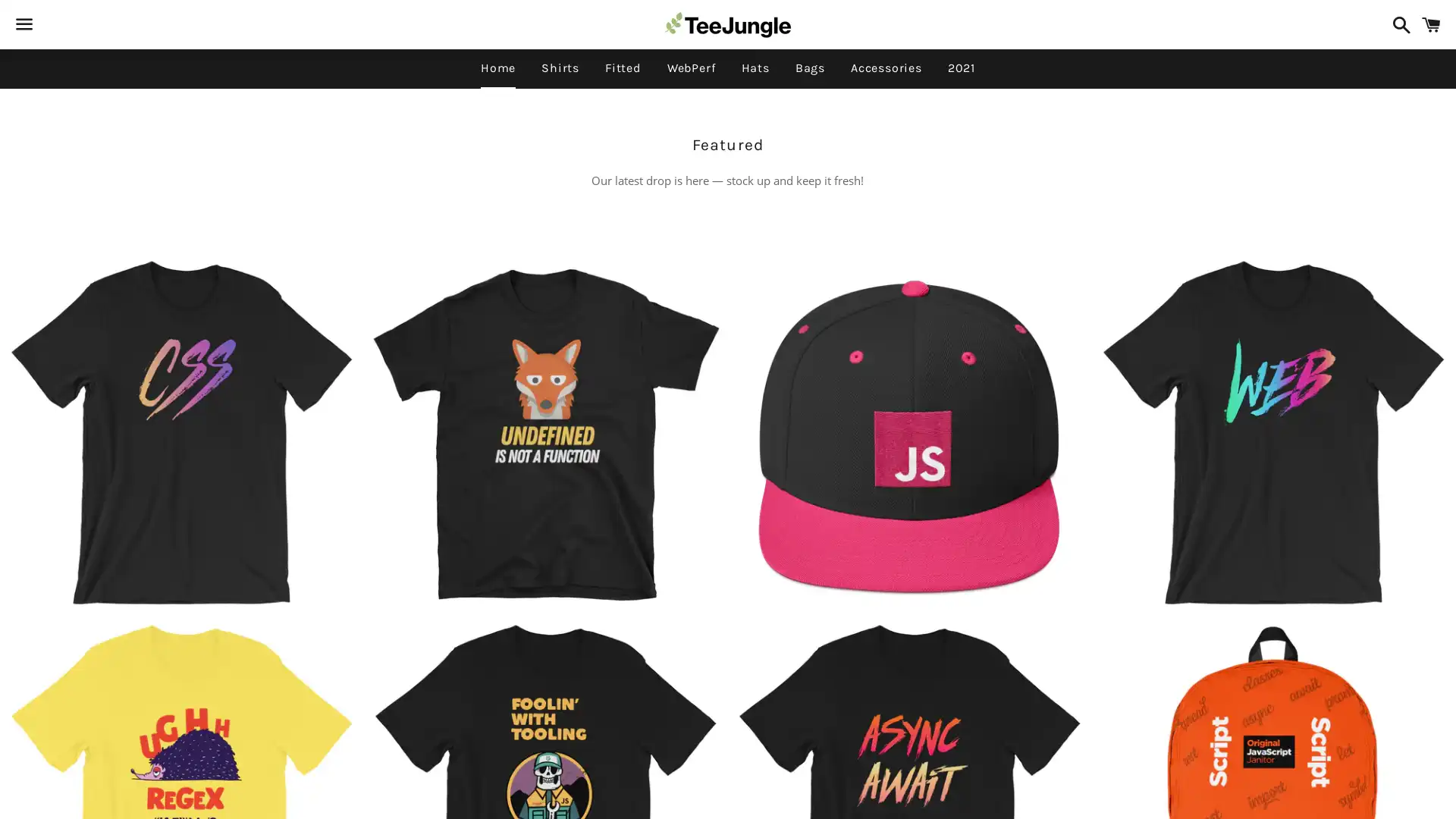  What do you see at coordinates (24, 24) in the screenshot?
I see `Menu` at bounding box center [24, 24].